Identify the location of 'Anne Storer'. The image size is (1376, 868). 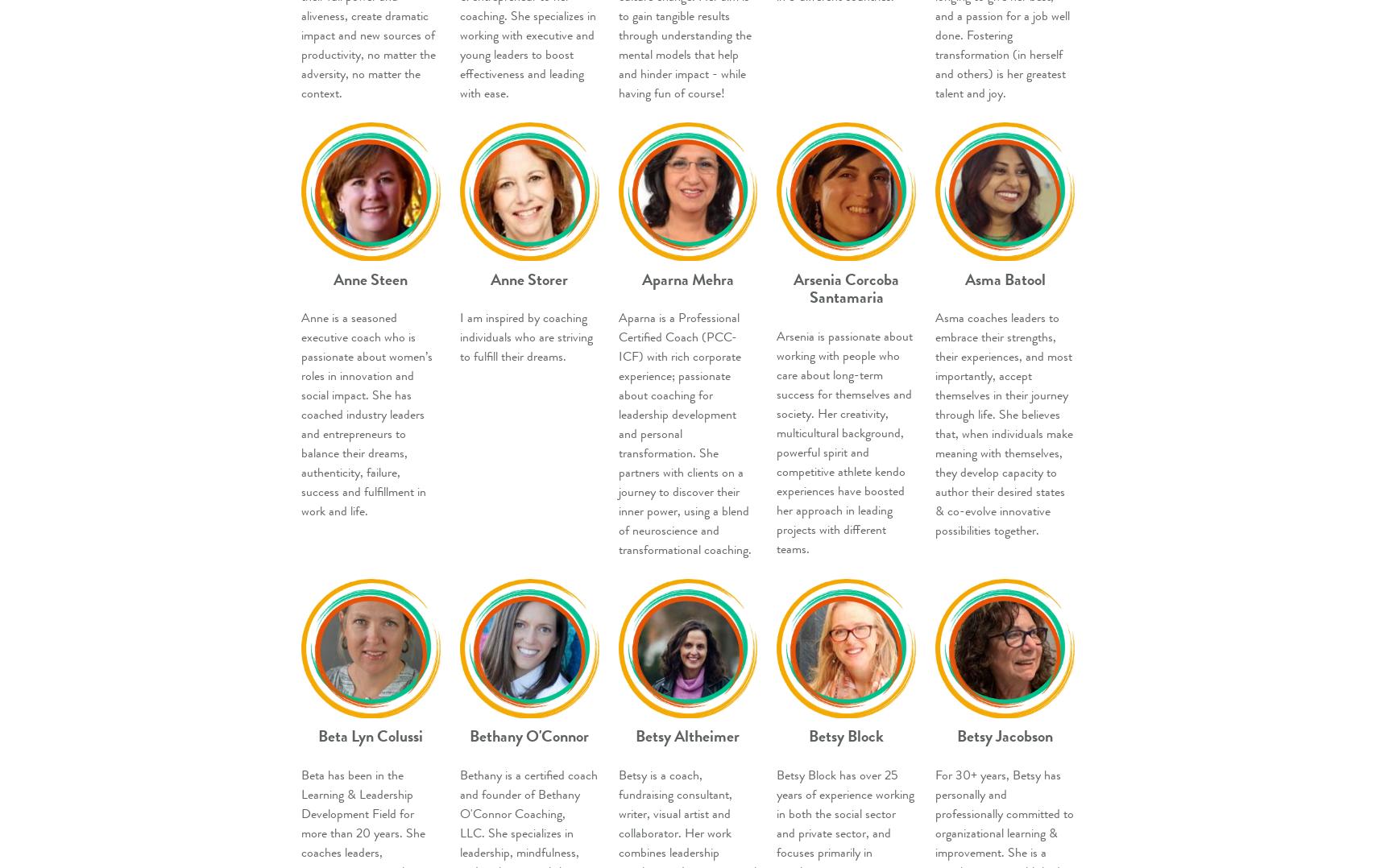
(529, 278).